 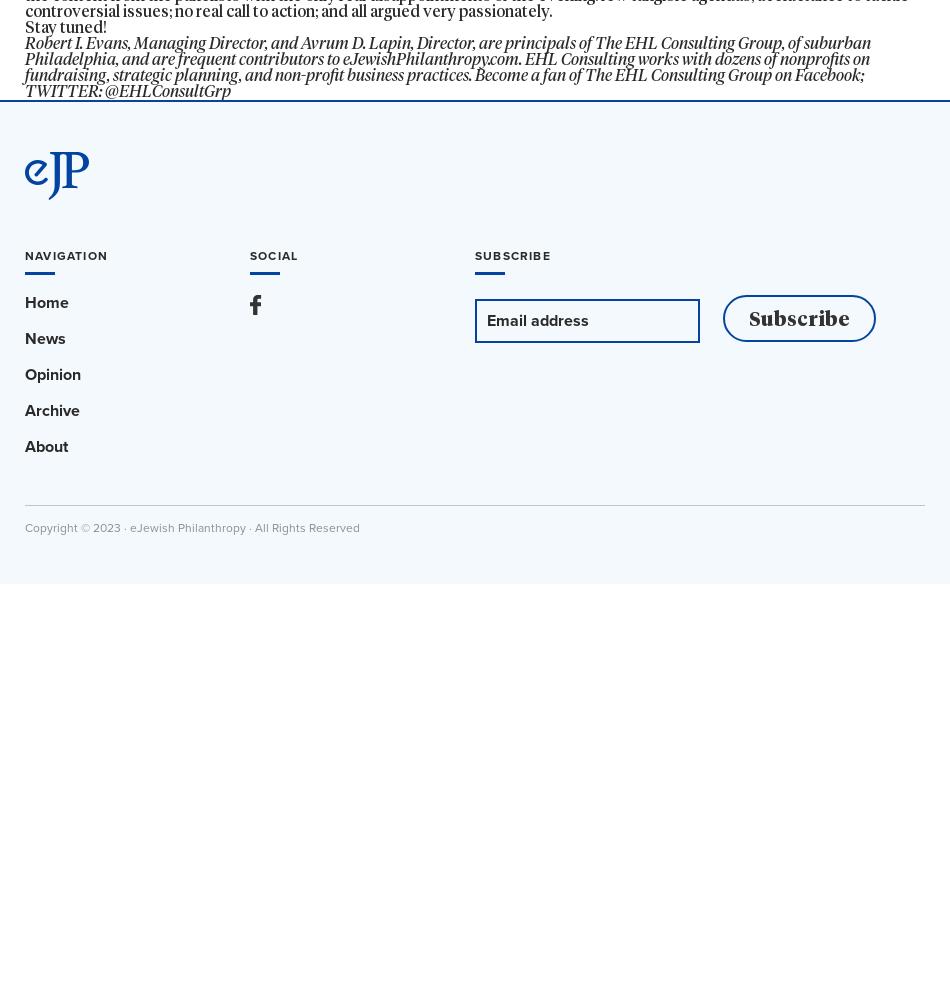 I want to click on 'News', so click(x=45, y=337).